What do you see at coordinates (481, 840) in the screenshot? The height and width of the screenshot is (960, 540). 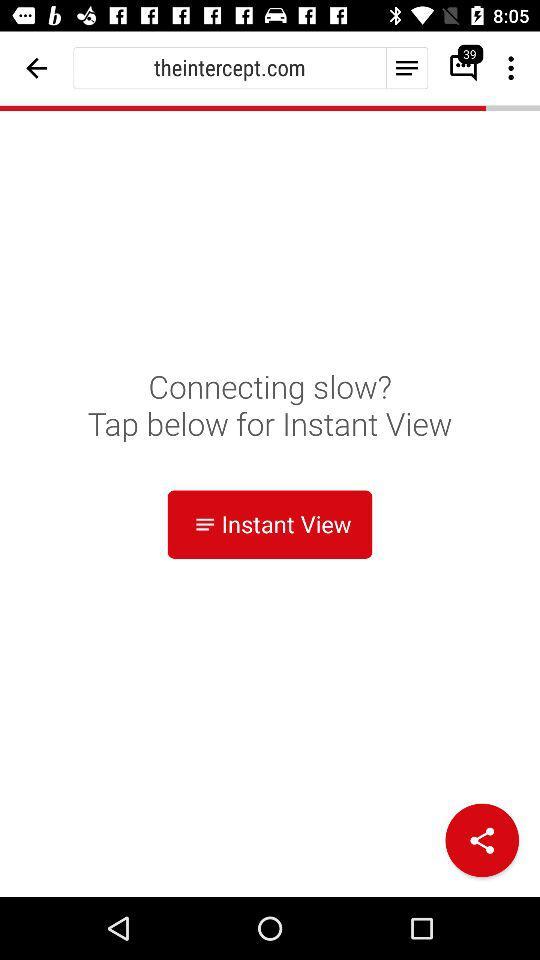 I see `tap the share button` at bounding box center [481, 840].